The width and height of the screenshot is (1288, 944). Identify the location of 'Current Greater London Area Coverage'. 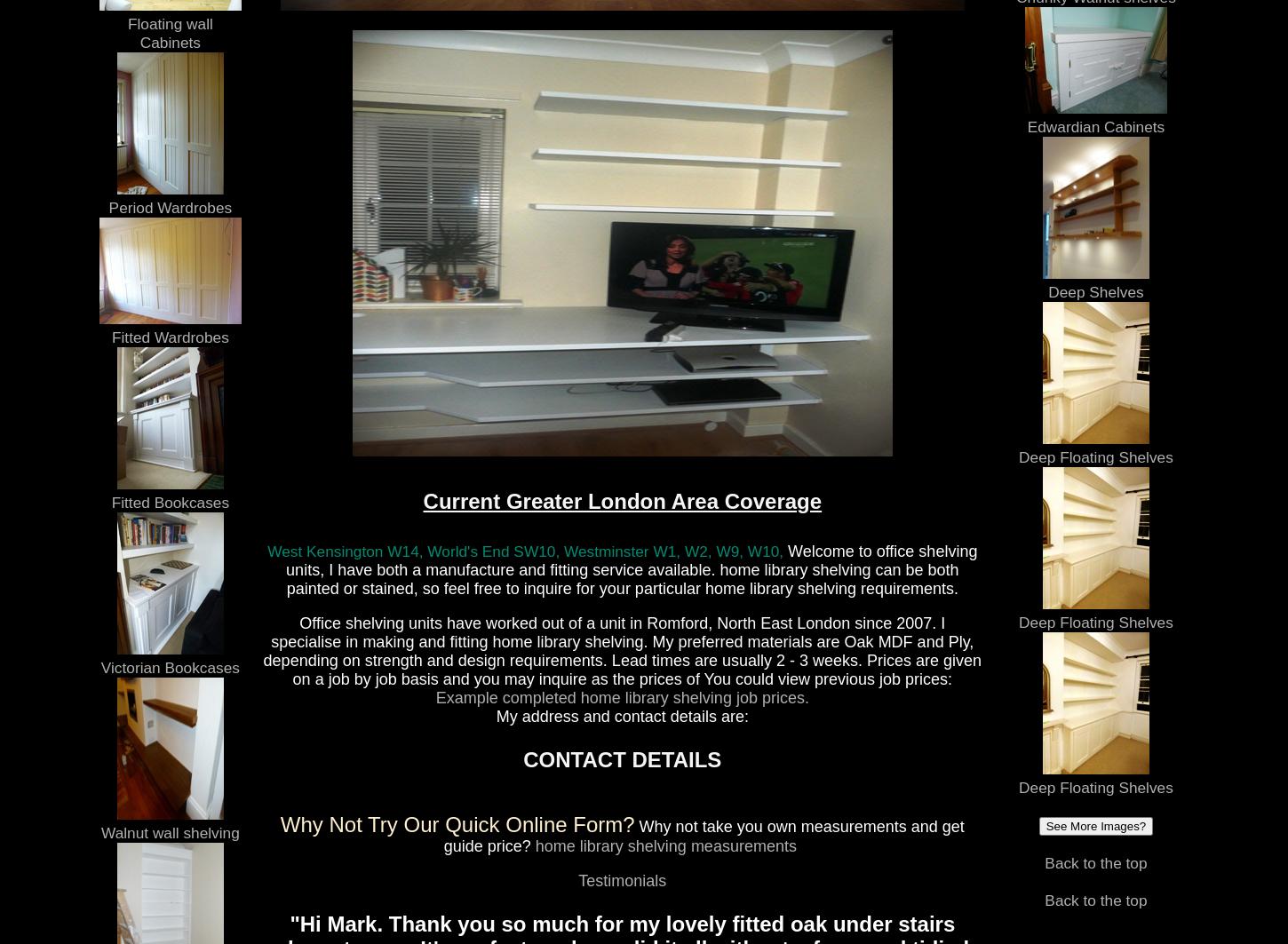
(621, 500).